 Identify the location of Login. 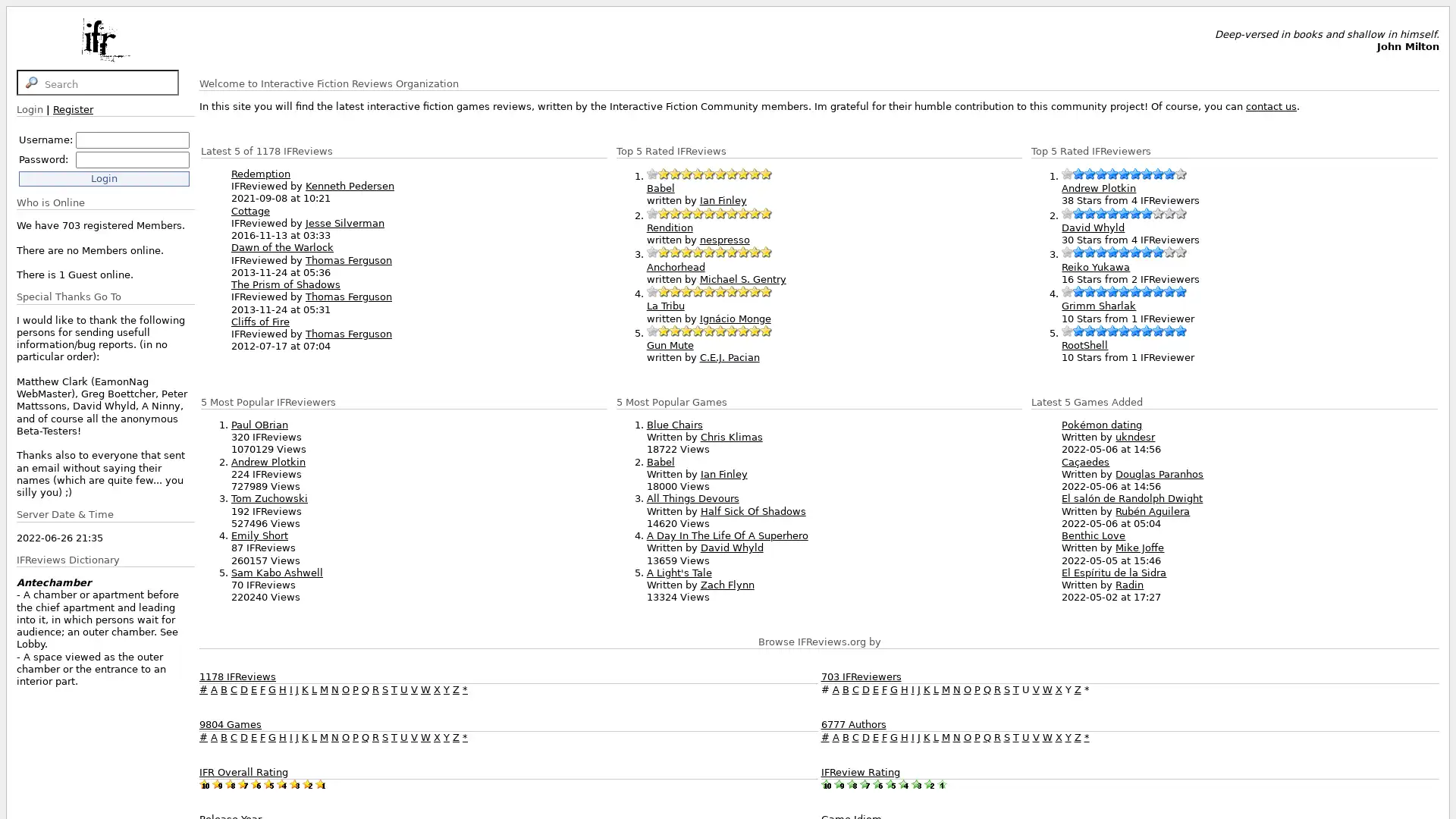
(103, 177).